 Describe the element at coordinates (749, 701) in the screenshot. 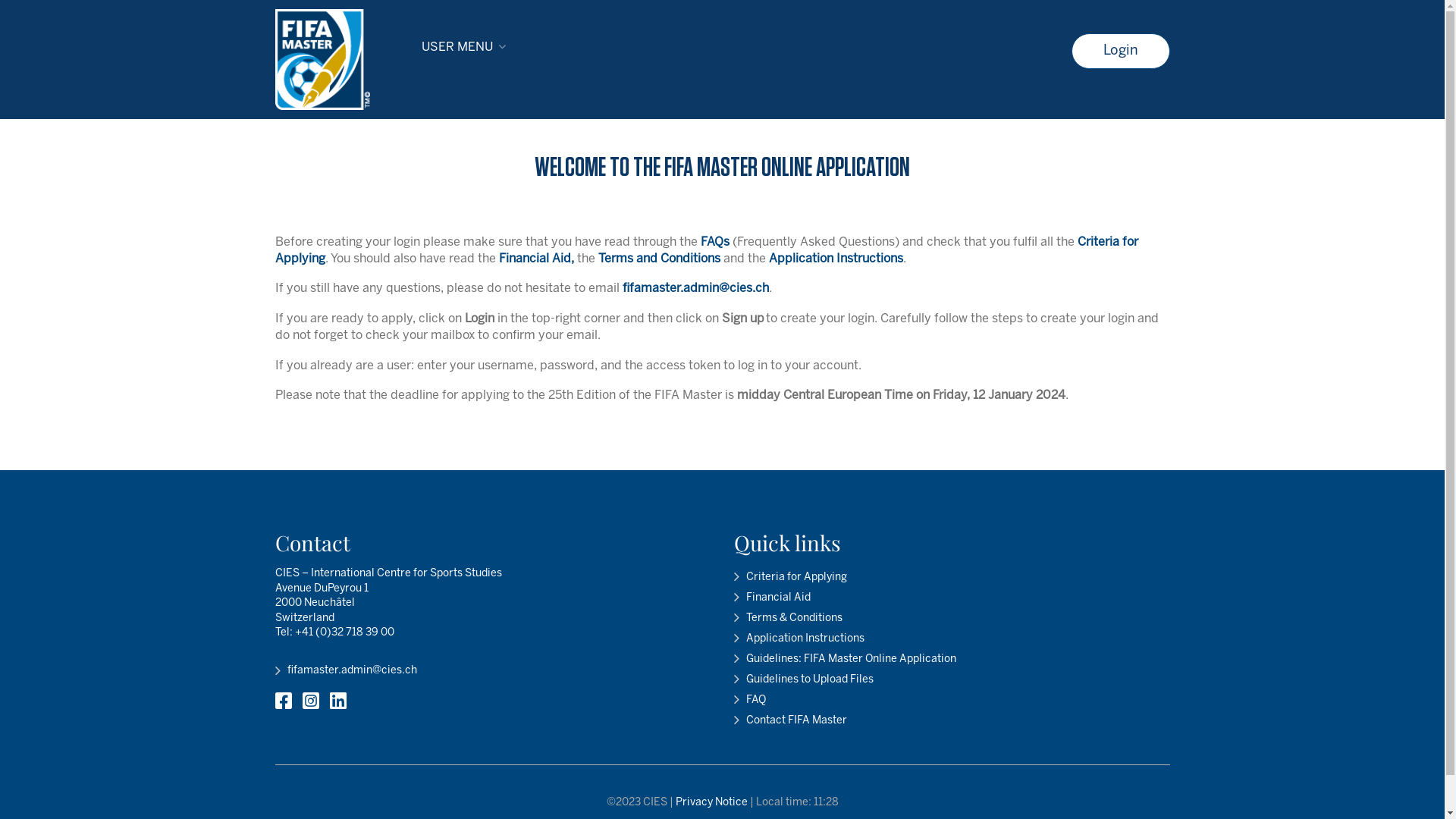

I see `'FAQ'` at that location.